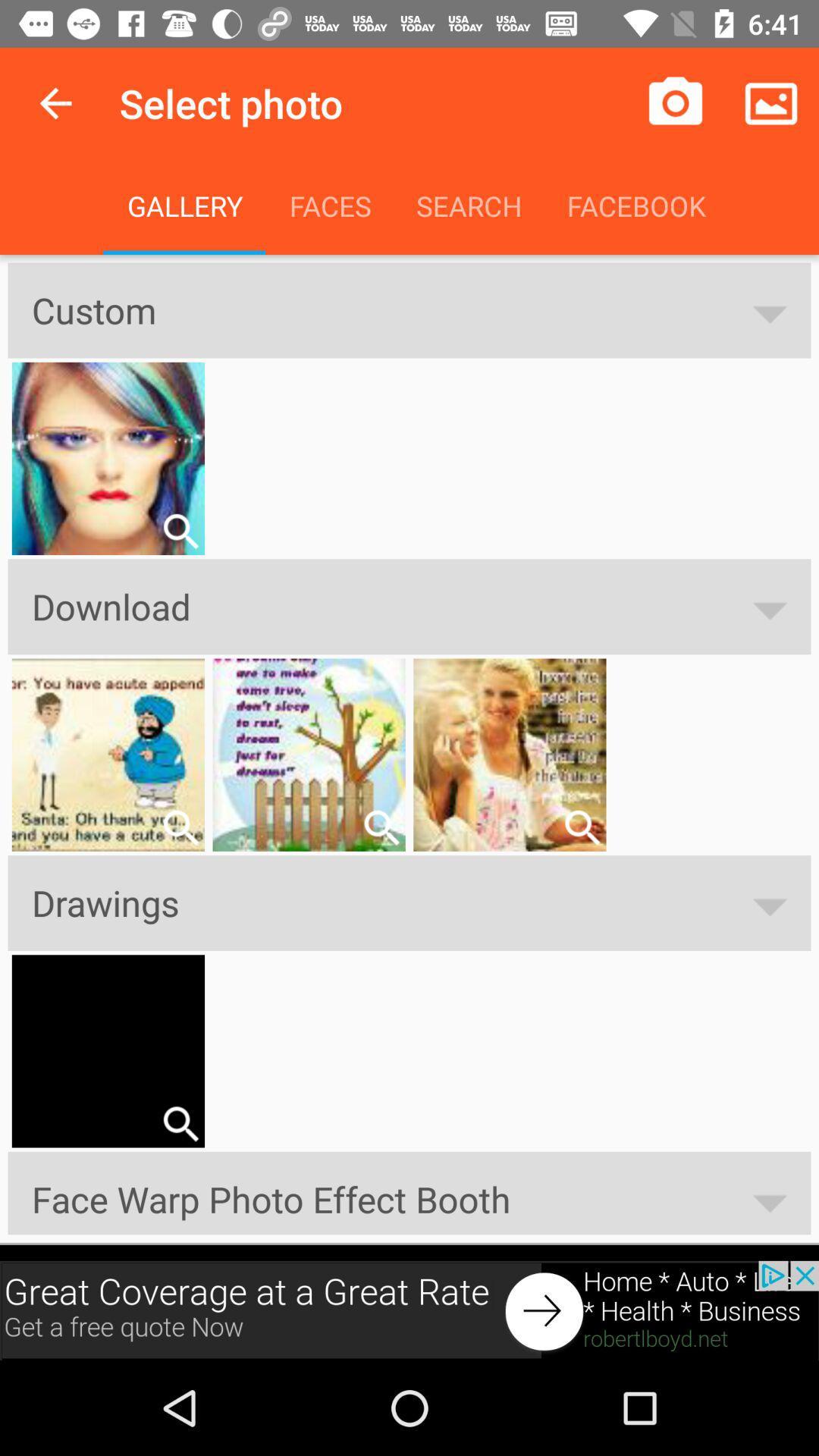  I want to click on search in the option, so click(581, 827).